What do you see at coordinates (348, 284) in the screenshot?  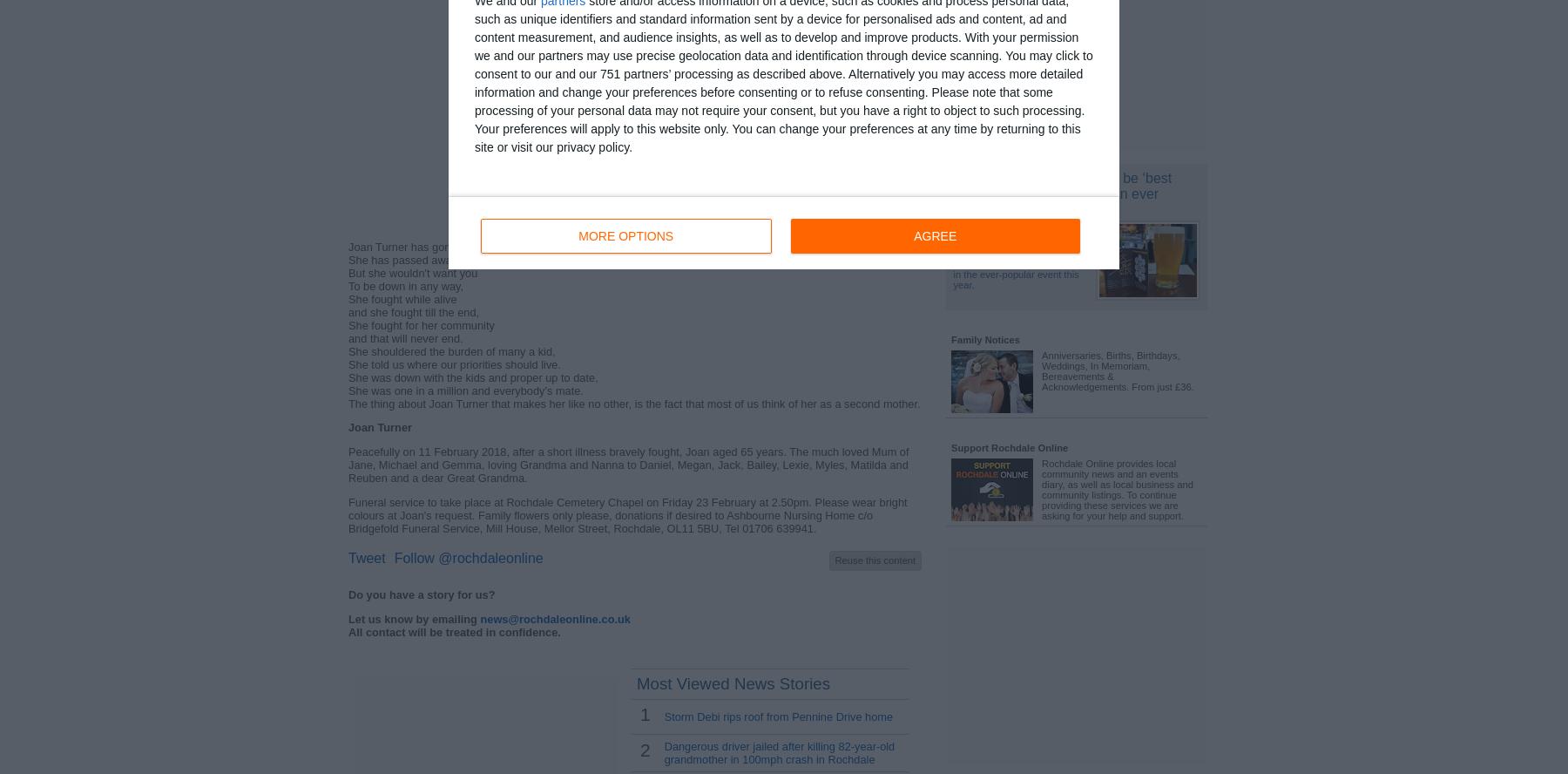 I see `'To be down in any way,'` at bounding box center [348, 284].